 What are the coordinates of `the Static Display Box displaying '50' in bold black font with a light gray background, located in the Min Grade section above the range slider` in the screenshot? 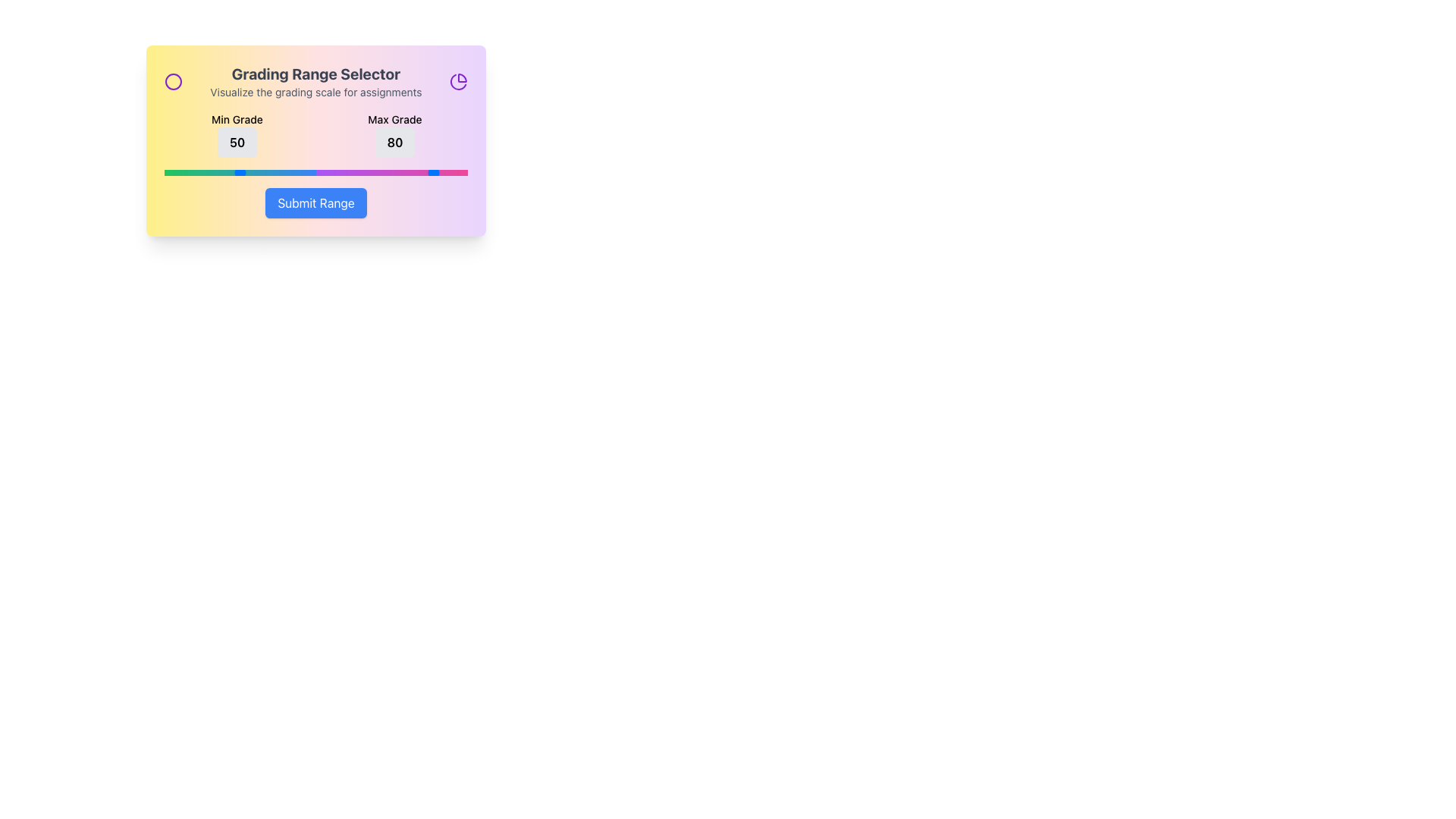 It's located at (236, 143).